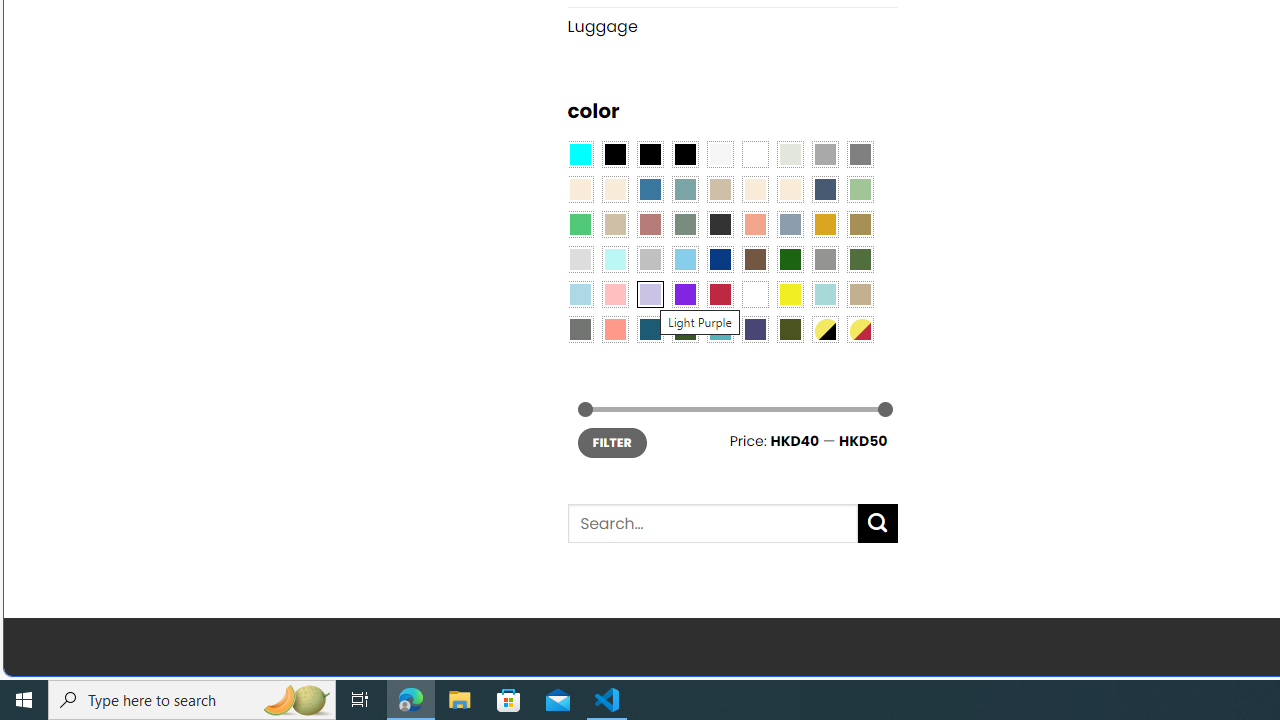 Image resolution: width=1280 pixels, height=720 pixels. I want to click on 'Brown', so click(754, 258).